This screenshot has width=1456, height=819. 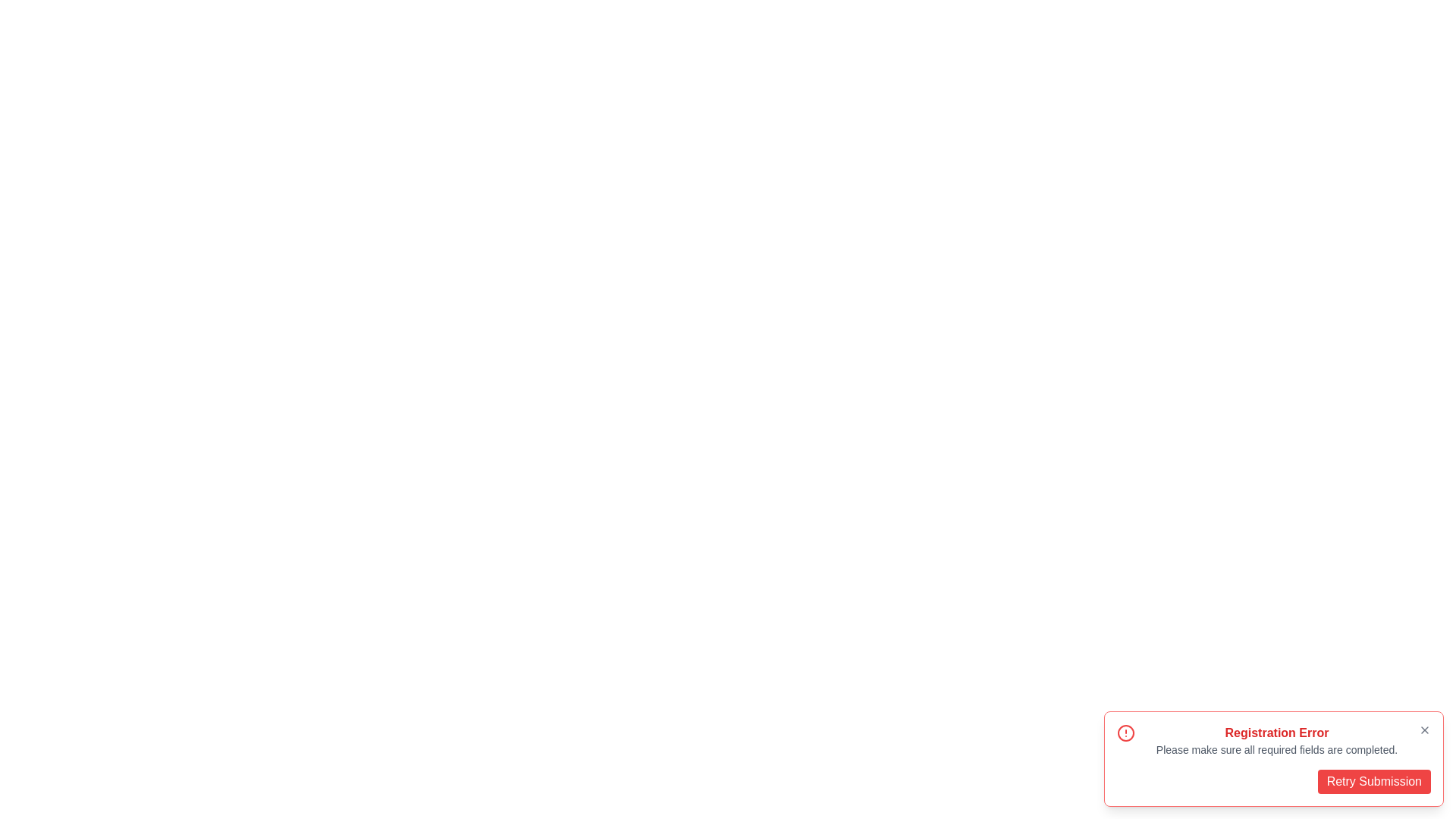 I want to click on the notification panel with a red border and 'Retry Submission' button, so click(x=1274, y=759).